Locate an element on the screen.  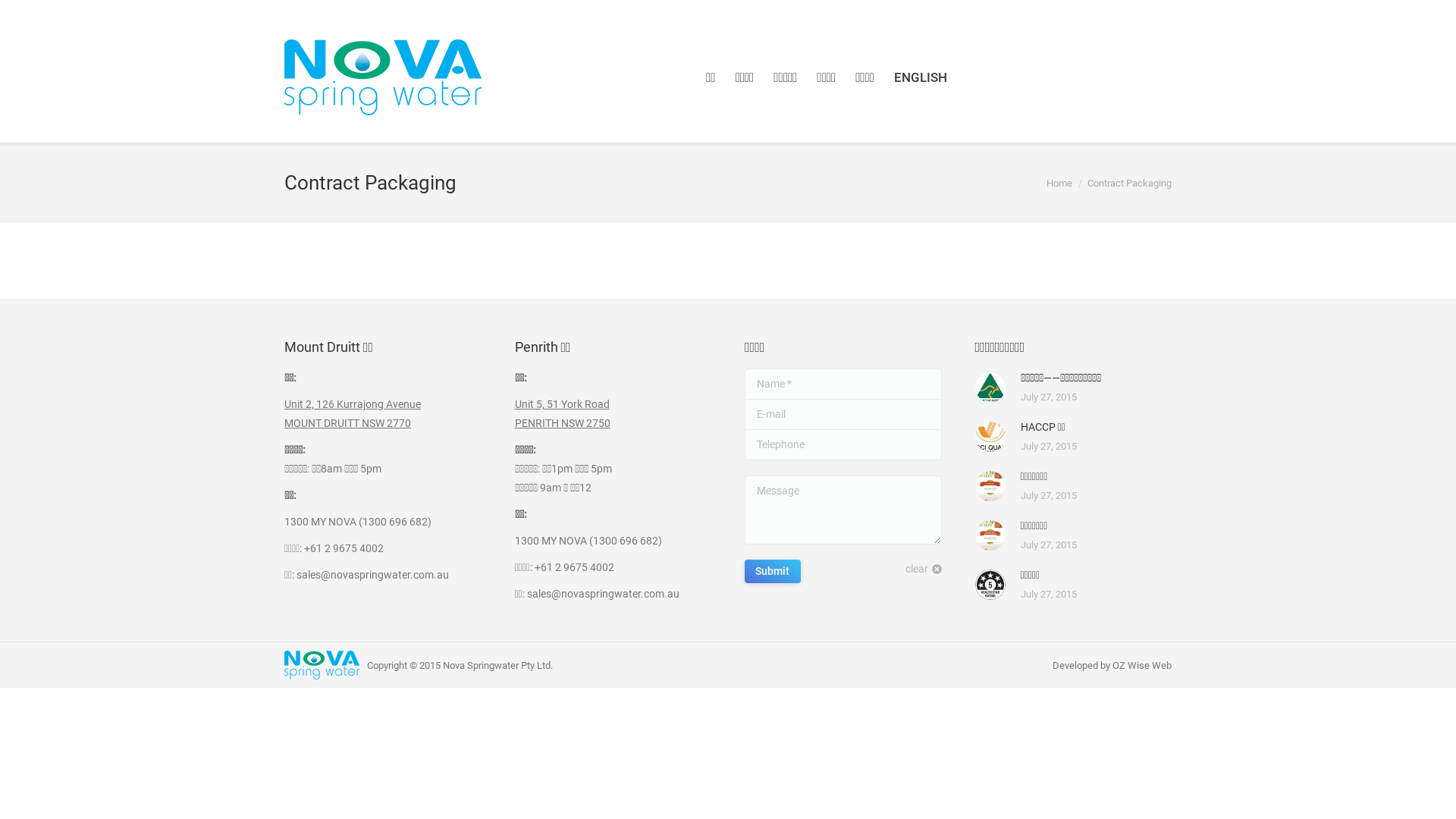
'clear' is located at coordinates (923, 569).